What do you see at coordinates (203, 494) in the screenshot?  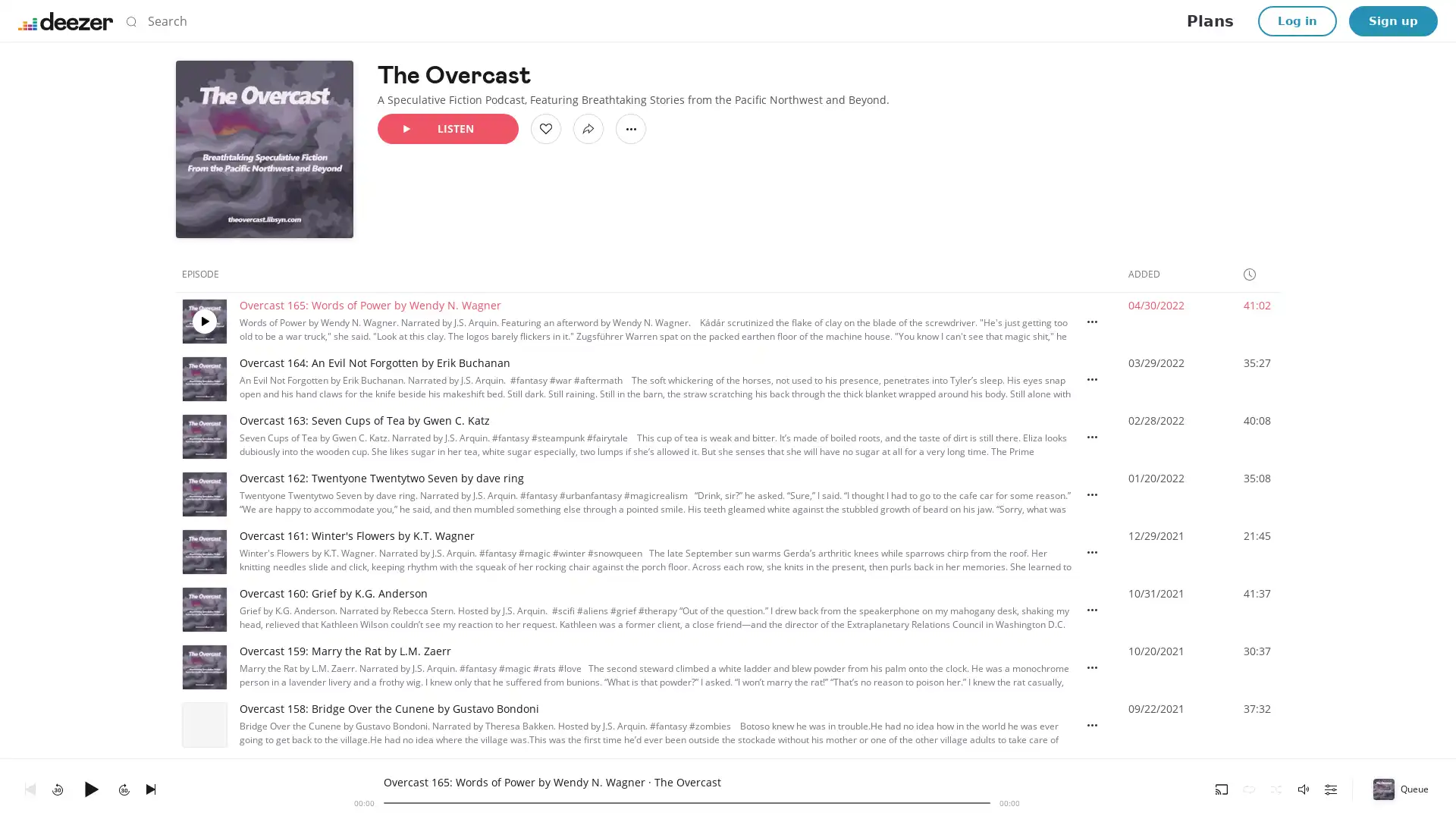 I see `Play Overcast 162: Twentyone Twentytwo Seven by dave ring by The Overcast` at bounding box center [203, 494].